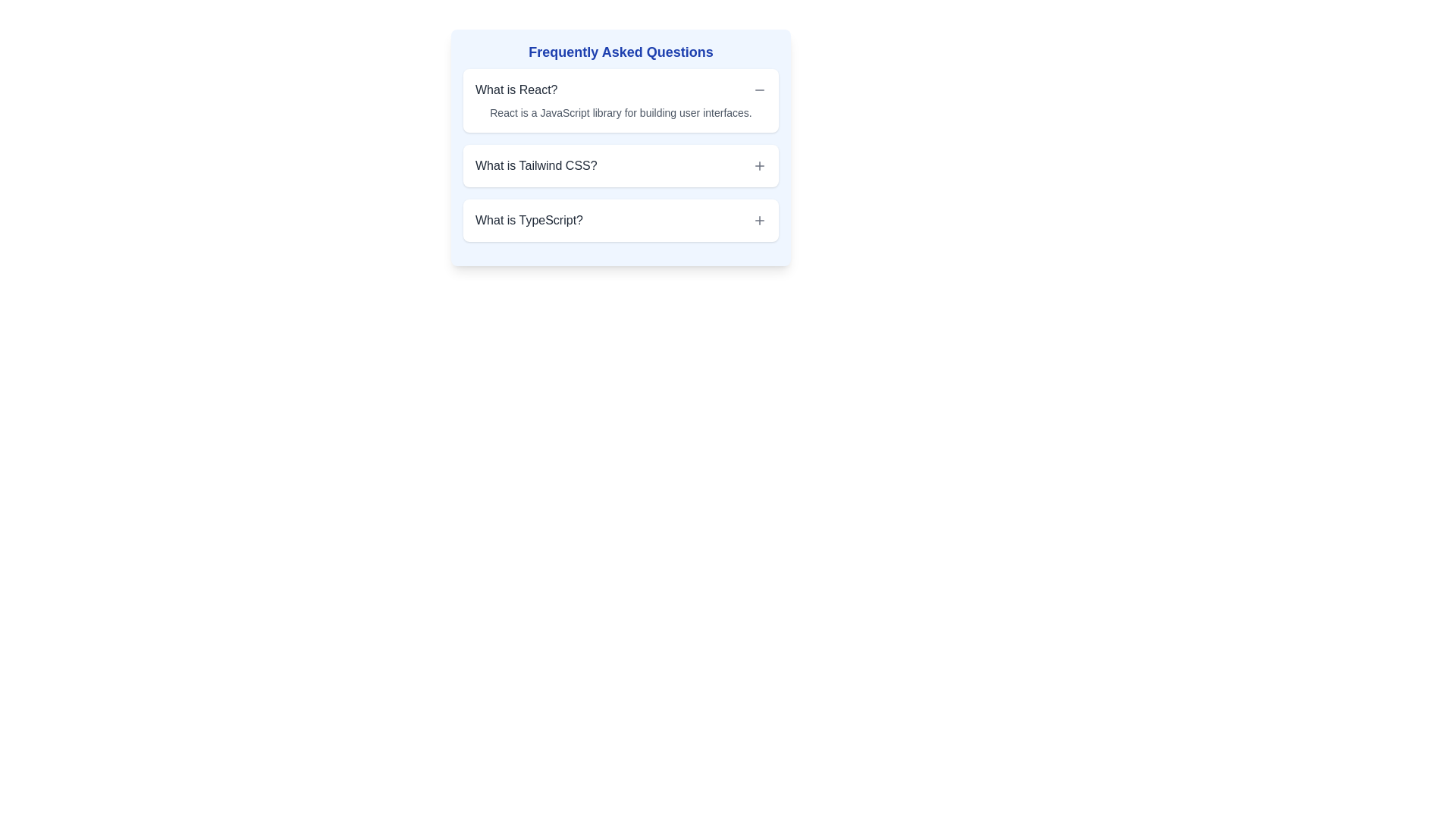  I want to click on the Text header element that serves as the question title in the collapsible FAQ section titled 'Frequently Asked Questions', so click(516, 90).